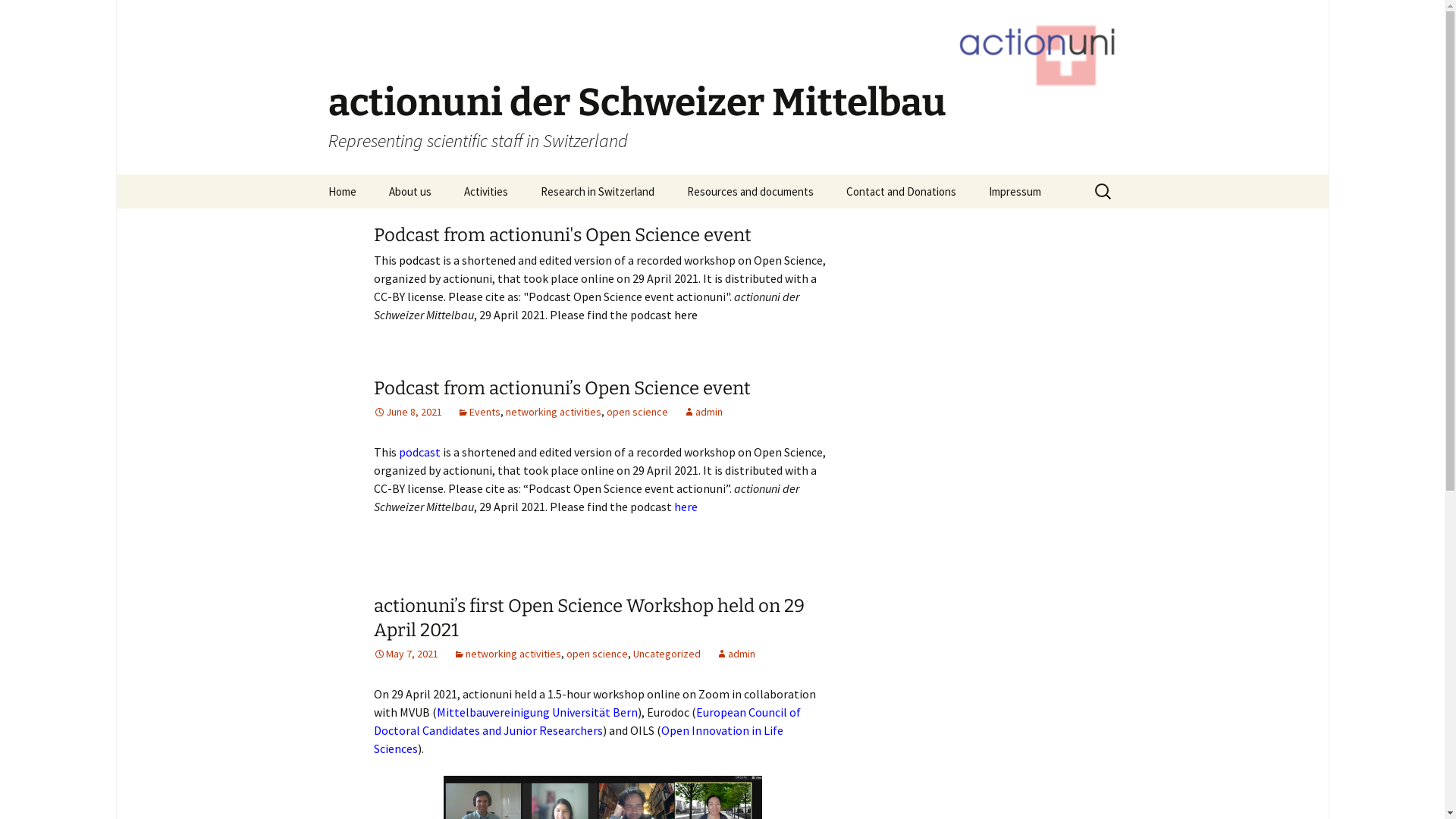  Describe the element at coordinates (405, 652) in the screenshot. I see `'May 7, 2021'` at that location.